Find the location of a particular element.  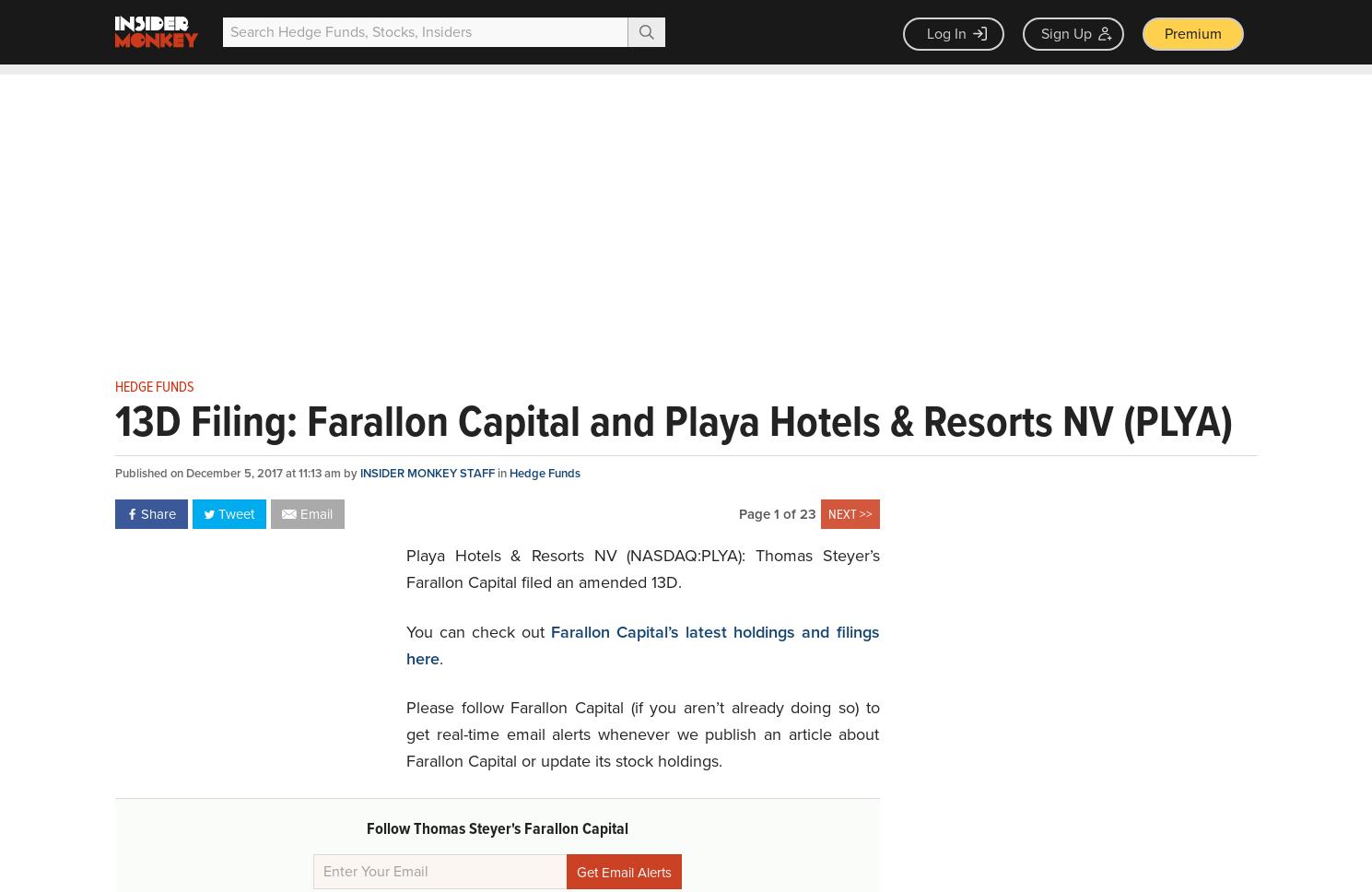

'Opinion' is located at coordinates (616, 82).